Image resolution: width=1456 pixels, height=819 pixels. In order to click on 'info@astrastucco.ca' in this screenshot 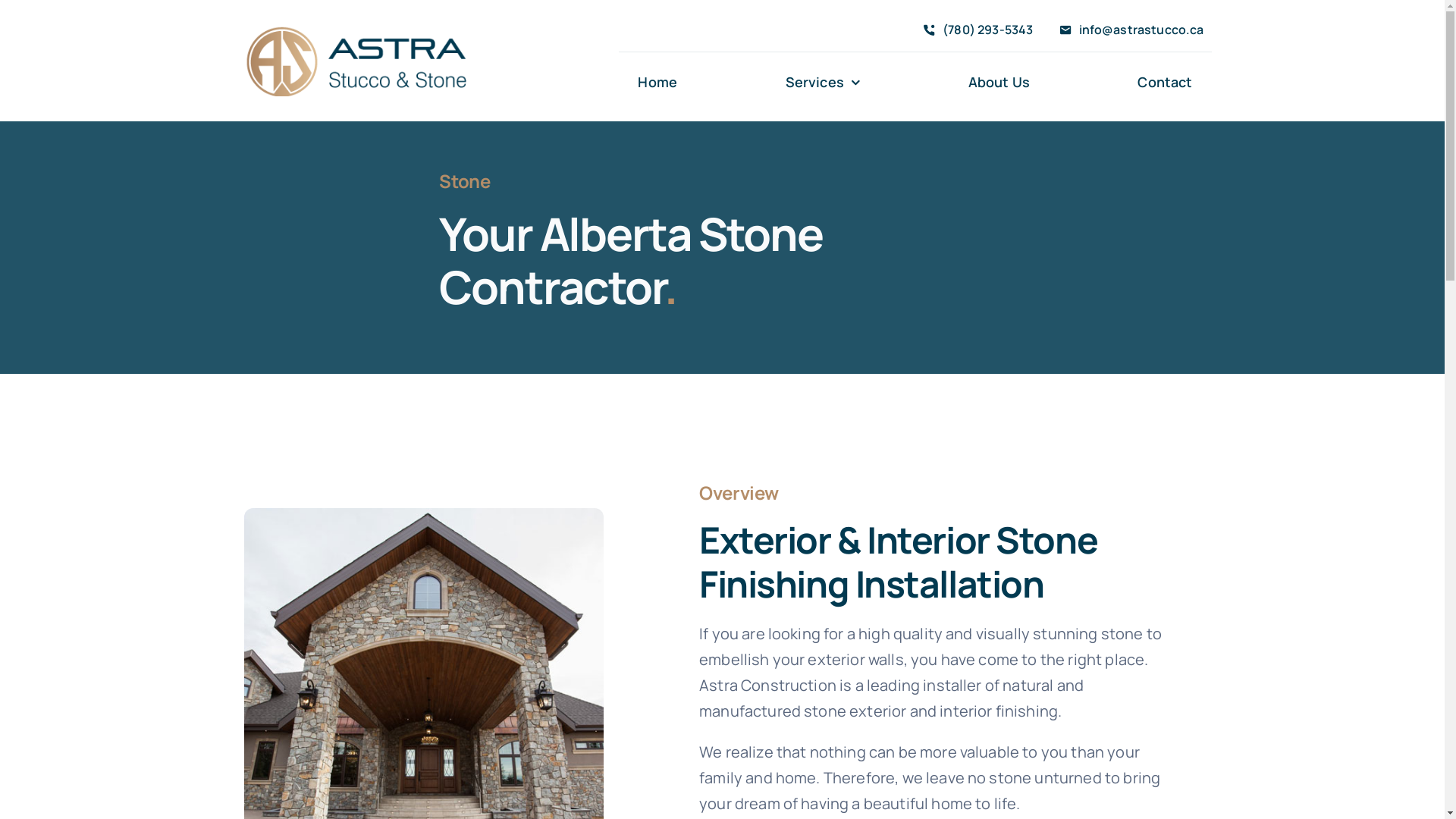, I will do `click(1128, 30)`.